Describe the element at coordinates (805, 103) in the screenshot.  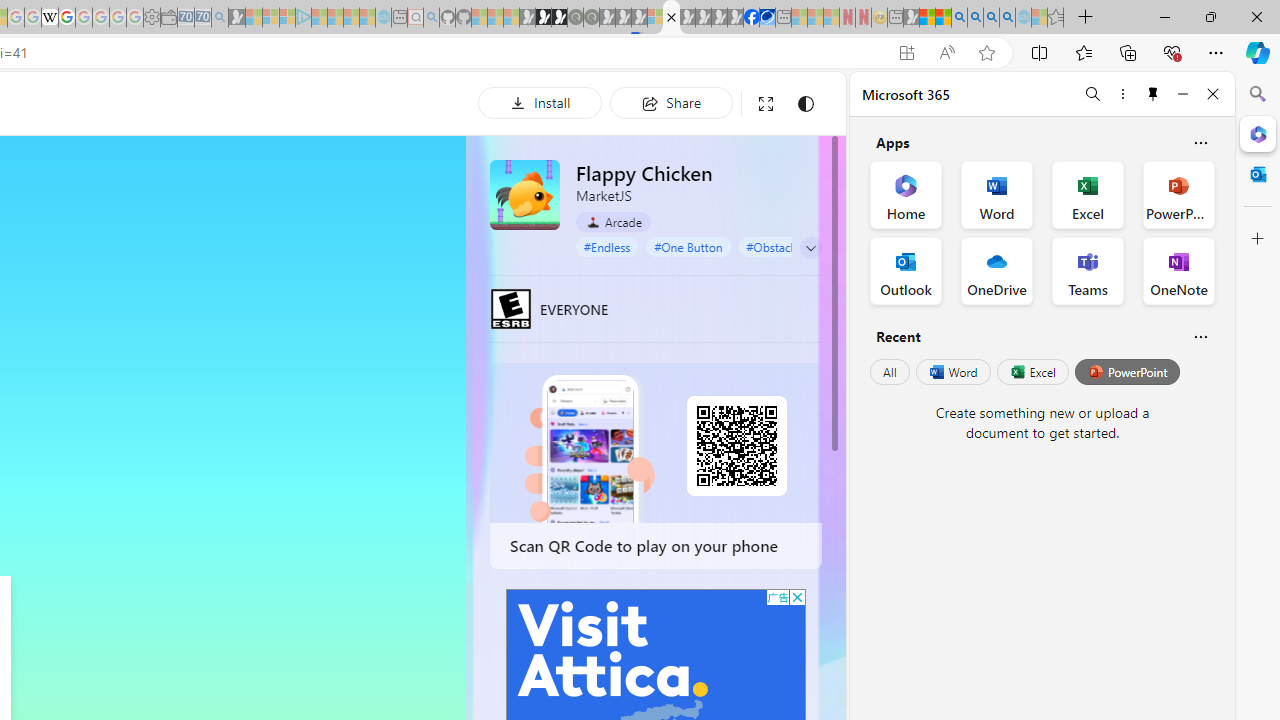
I see `'Change to dark mode'` at that location.